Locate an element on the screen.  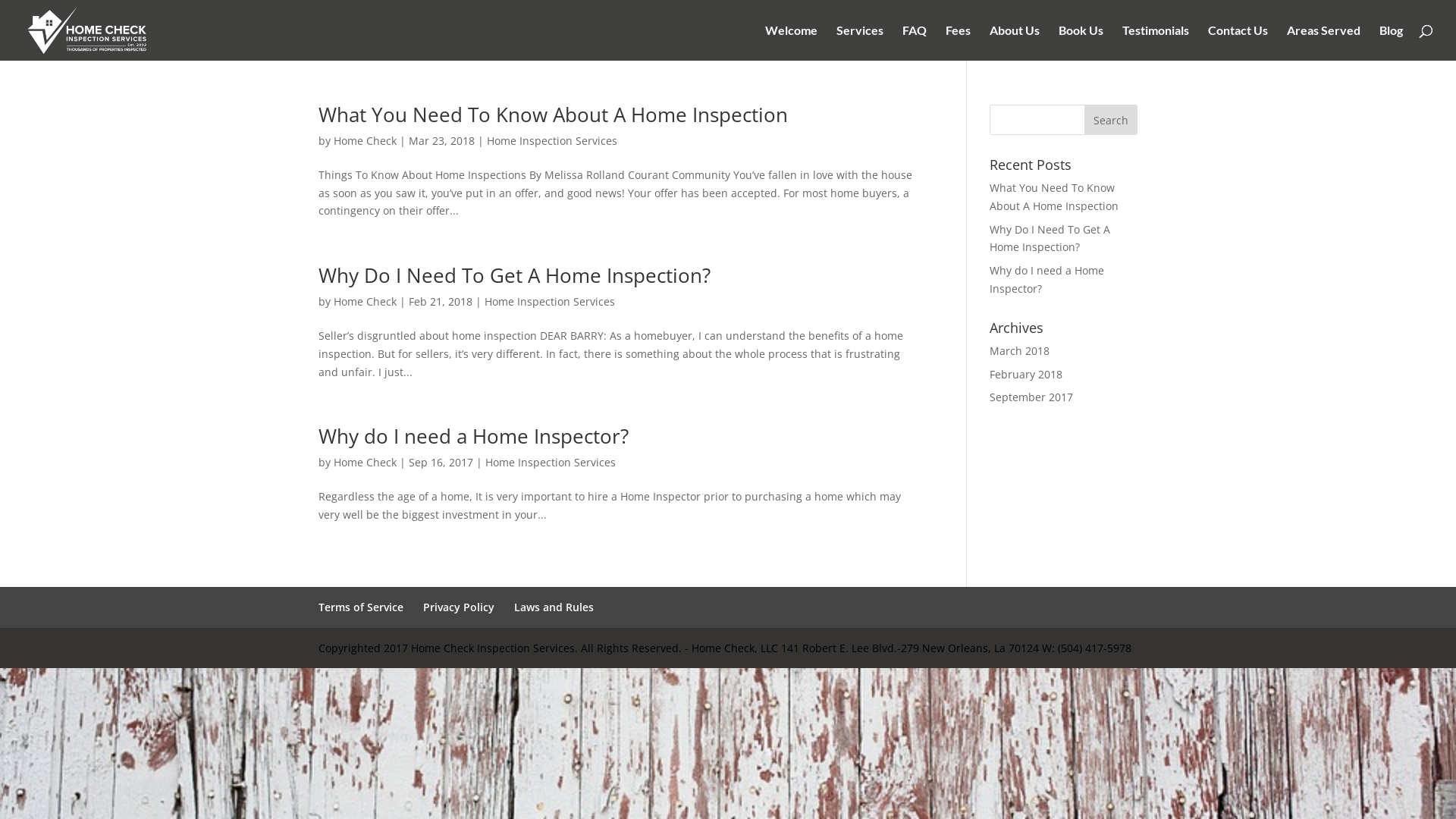
'February 2018' is located at coordinates (990, 374).